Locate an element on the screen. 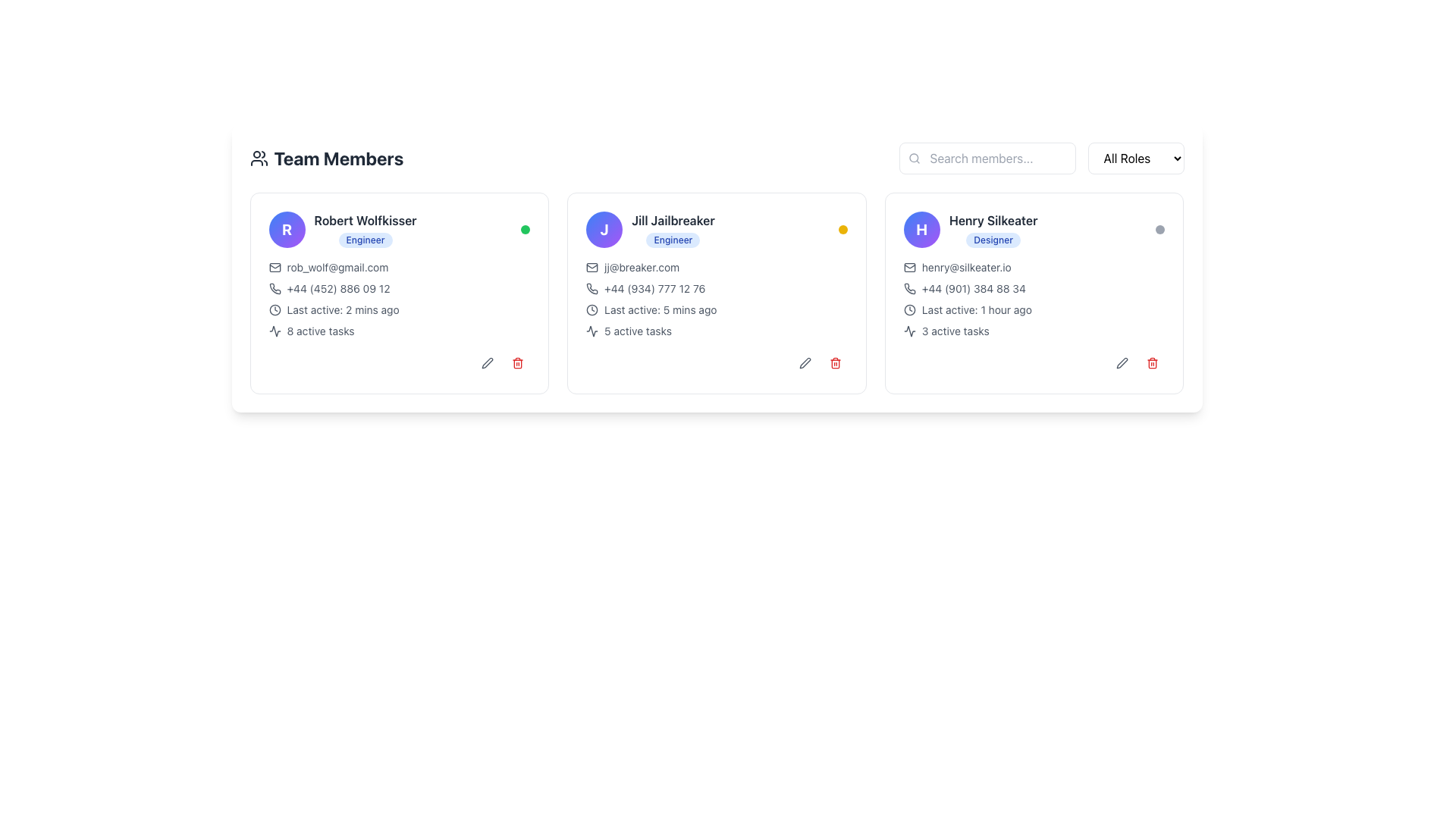 This screenshot has height=819, width=1456. the trash bin icon with a red coloration located in the action panel at the bottom-right corner of Jill Jailbreaker's user card is located at coordinates (834, 362).